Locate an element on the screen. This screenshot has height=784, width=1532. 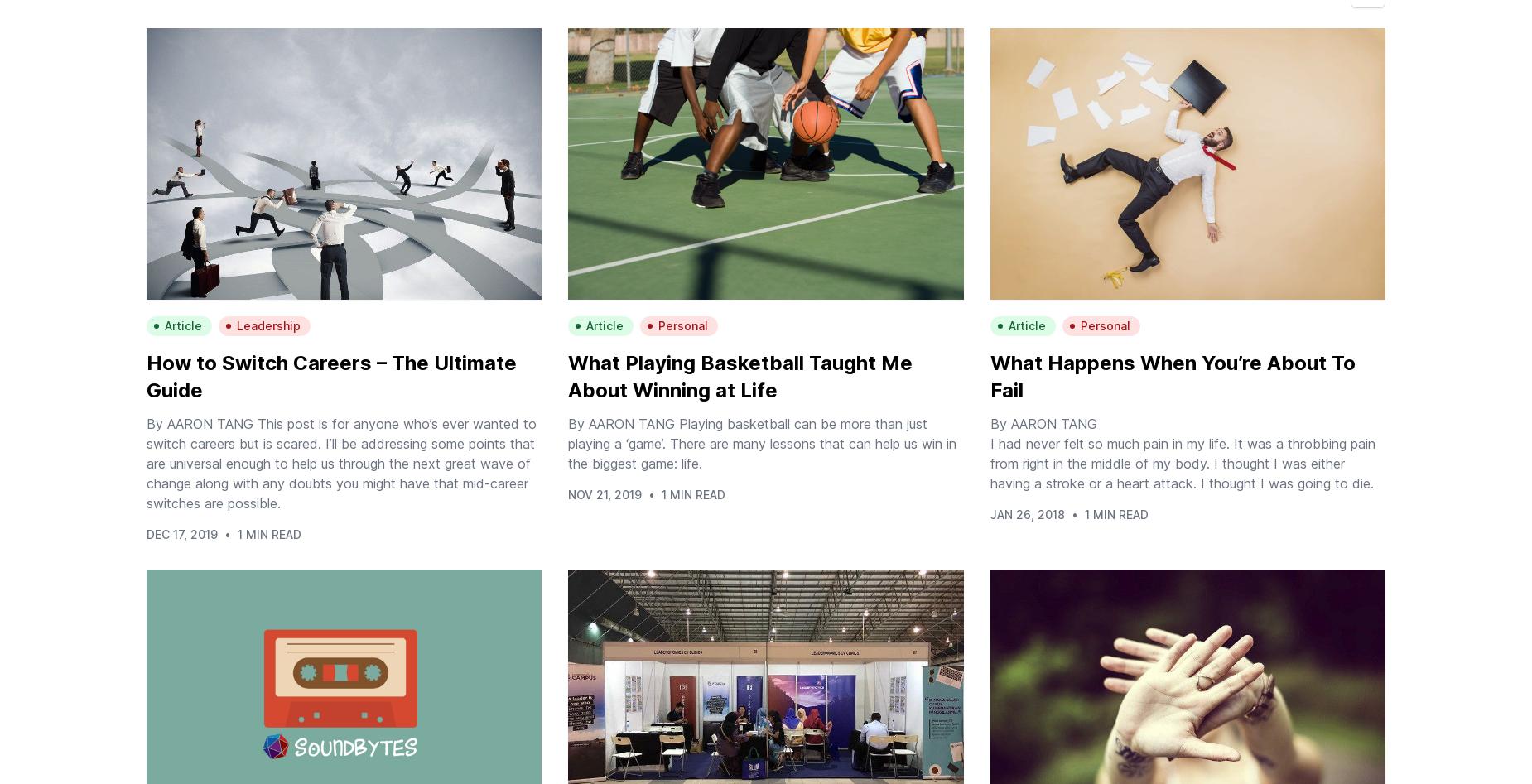
'What Playing Basketball Taught Me About Winning at Life' is located at coordinates (740, 377).